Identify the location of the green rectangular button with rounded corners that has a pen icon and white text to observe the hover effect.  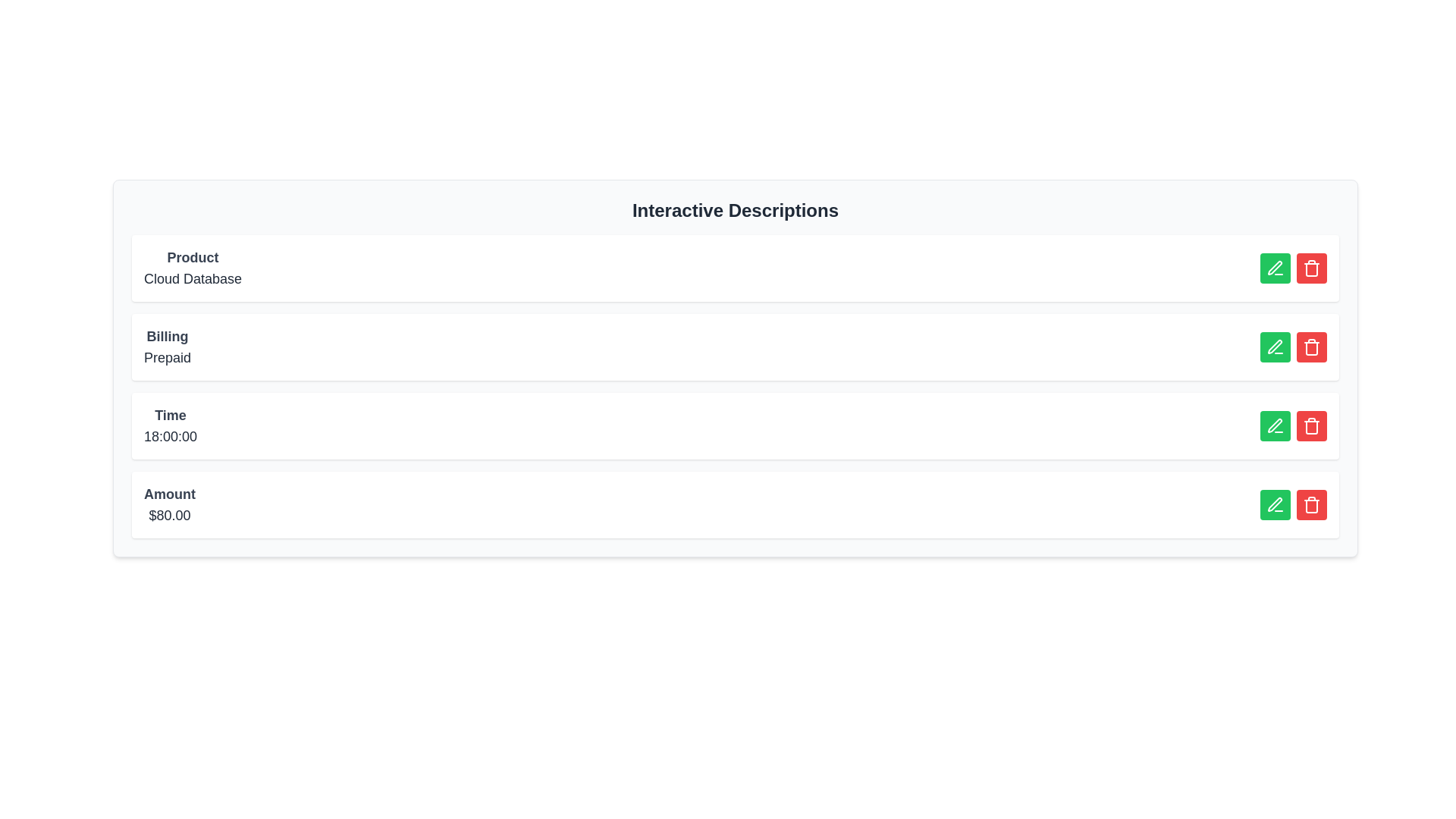
(1274, 347).